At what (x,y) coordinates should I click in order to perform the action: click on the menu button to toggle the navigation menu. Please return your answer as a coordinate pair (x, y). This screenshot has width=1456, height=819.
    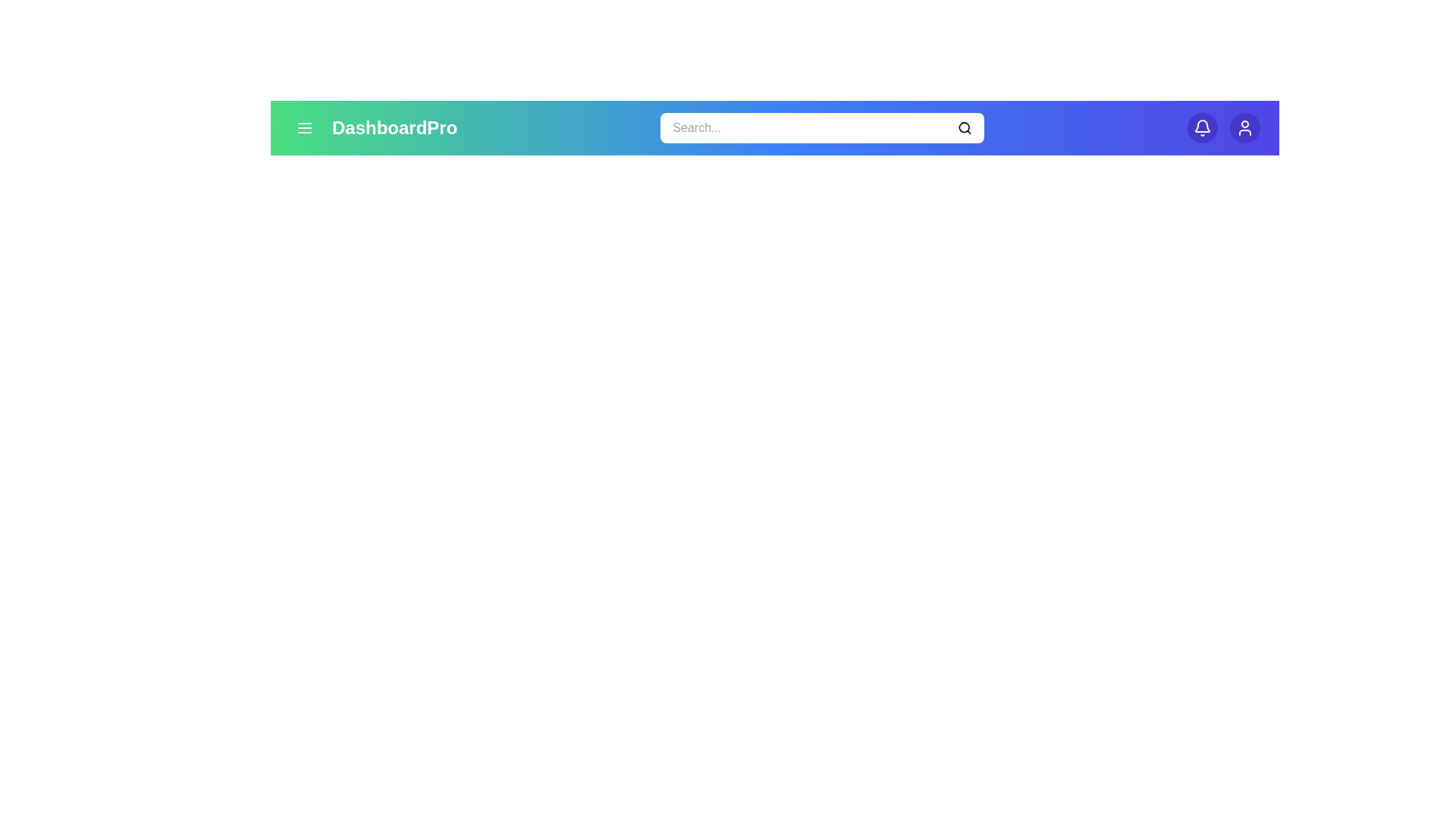
    Looking at the image, I should click on (304, 127).